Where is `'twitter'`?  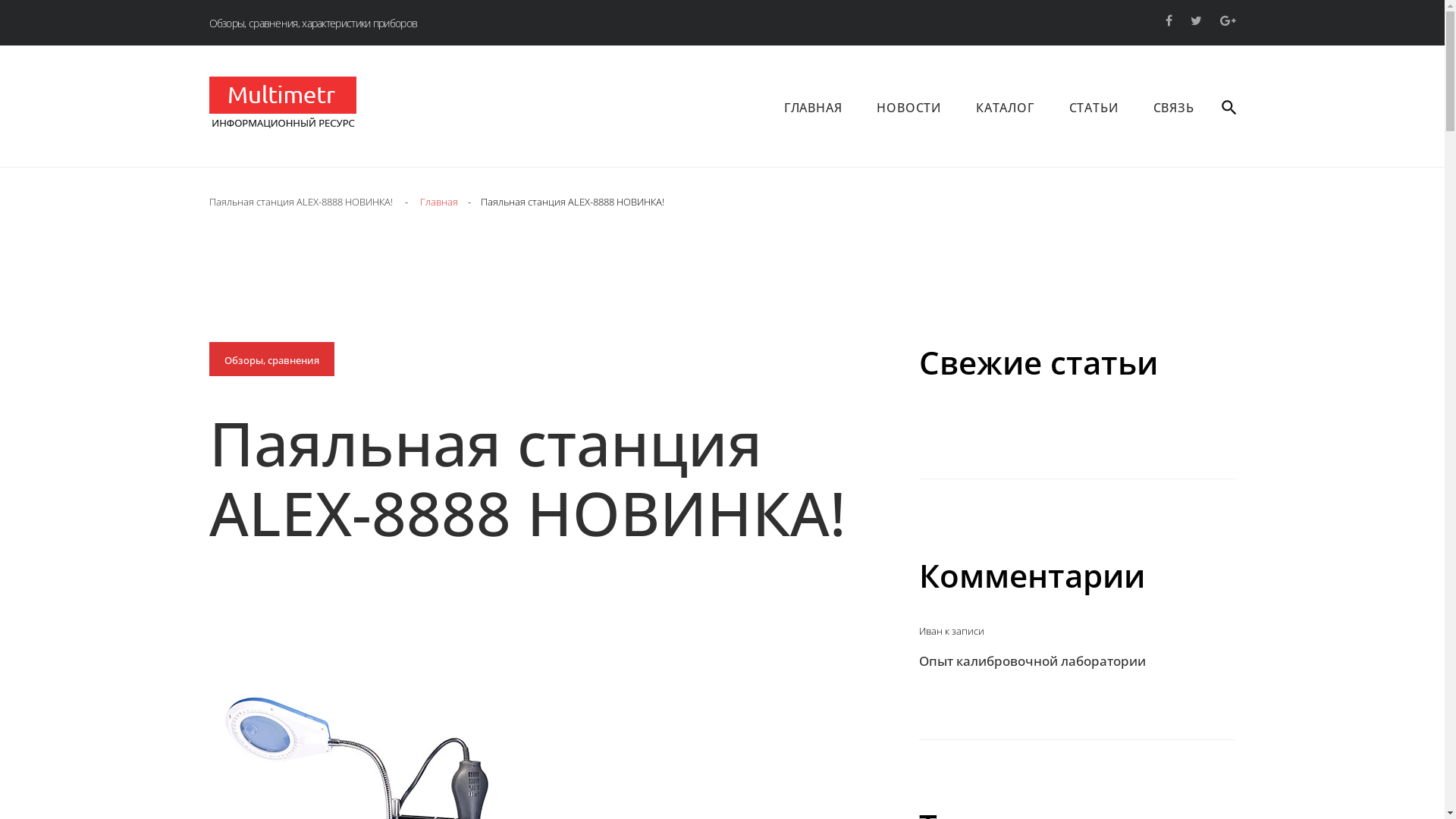
'twitter' is located at coordinates (1195, 20).